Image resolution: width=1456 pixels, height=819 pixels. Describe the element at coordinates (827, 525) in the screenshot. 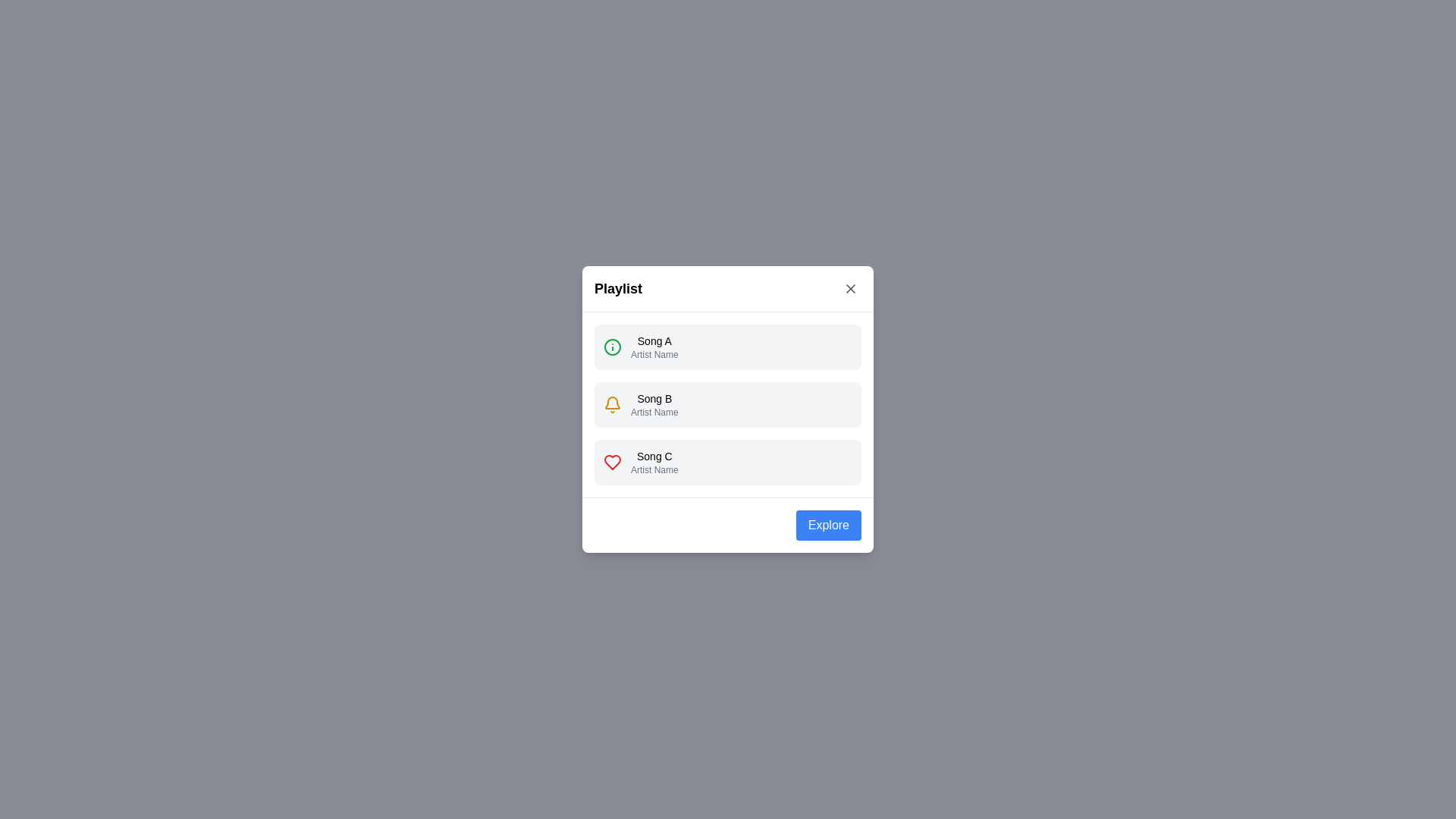

I see `the button located at the bottom-right corner of the modal window titled 'Playlist' to trigger potential hover effects` at that location.